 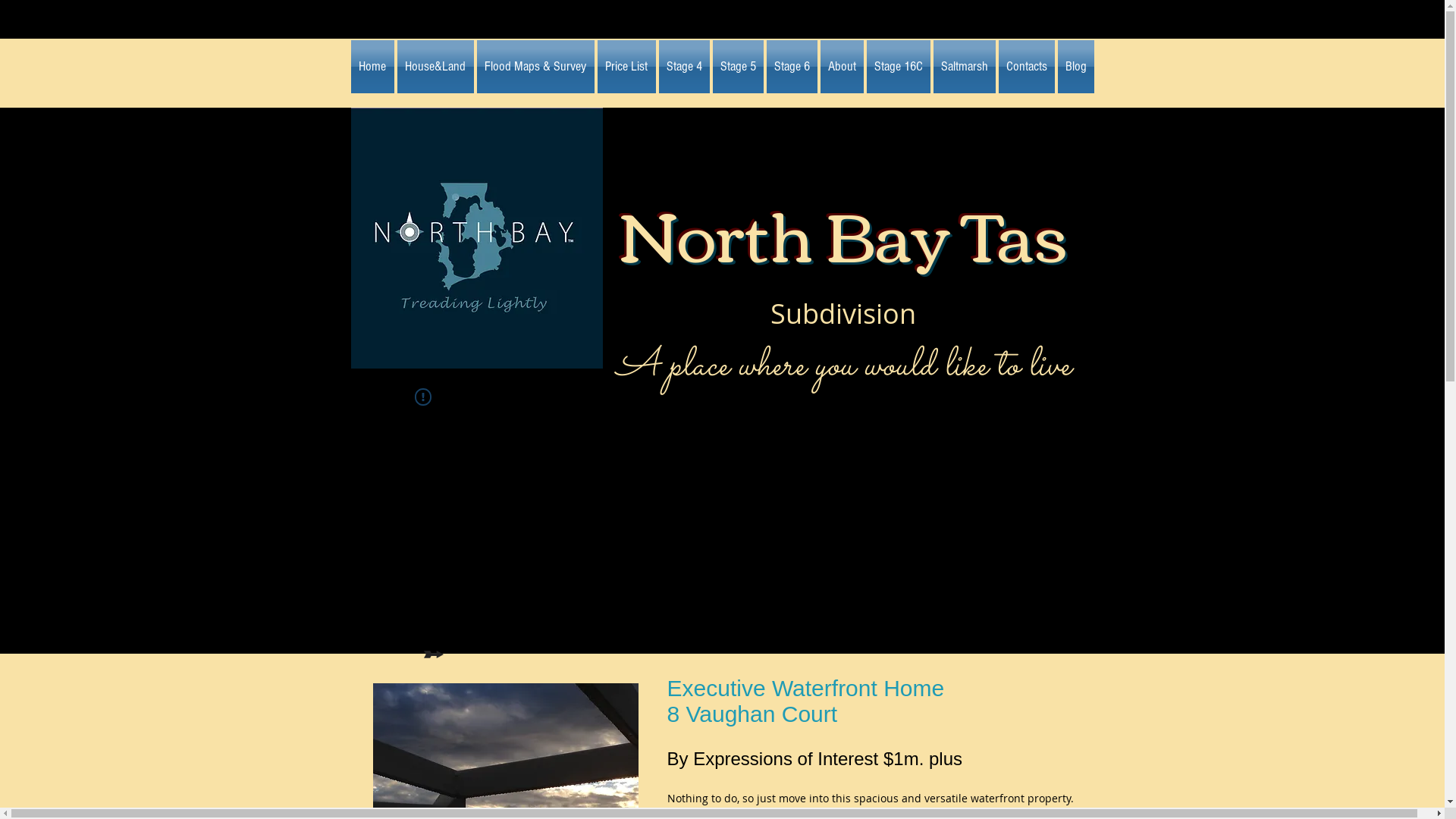 I want to click on 'Price List', so click(x=626, y=66).